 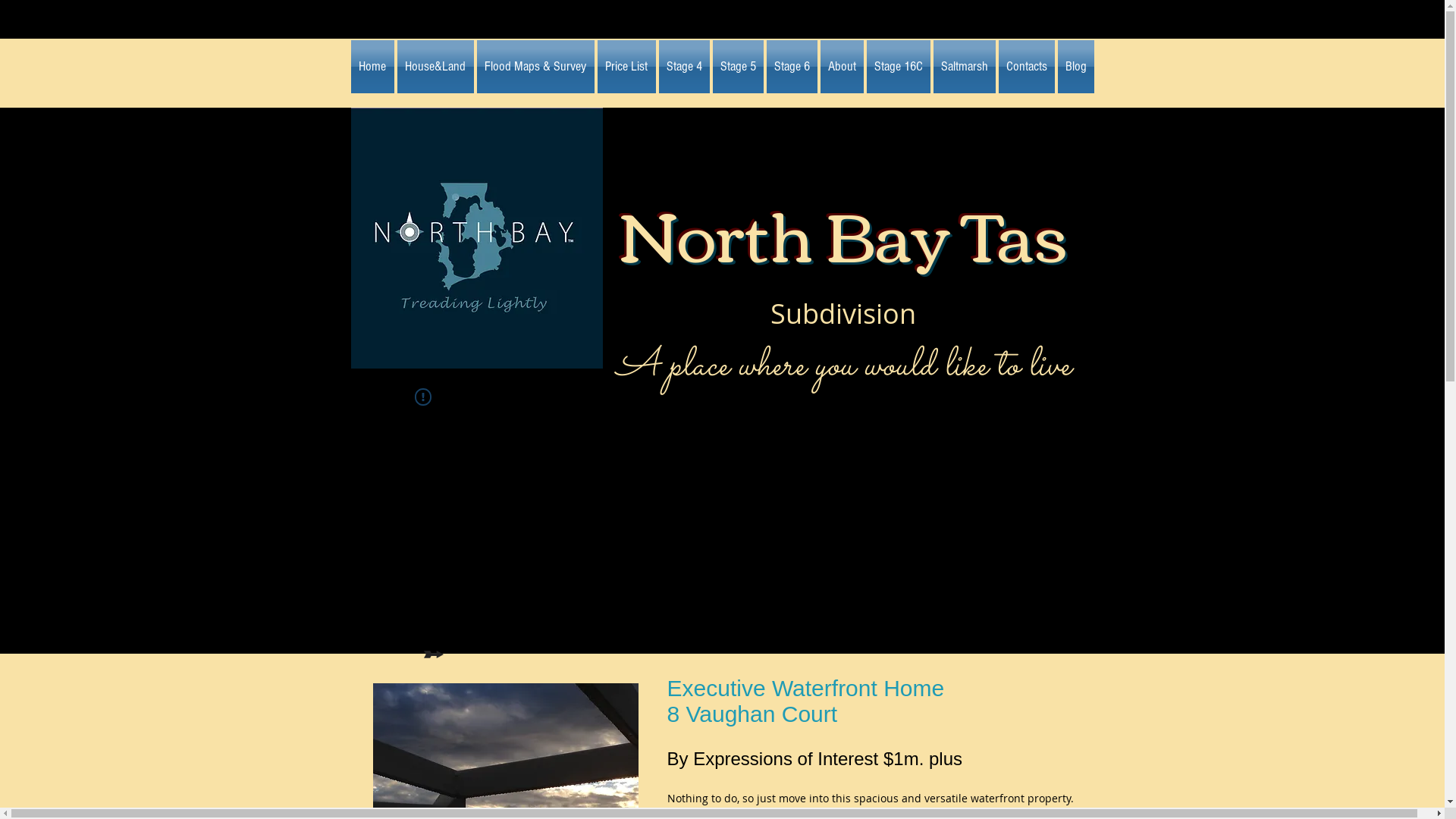 I want to click on 'Price List', so click(x=626, y=66).